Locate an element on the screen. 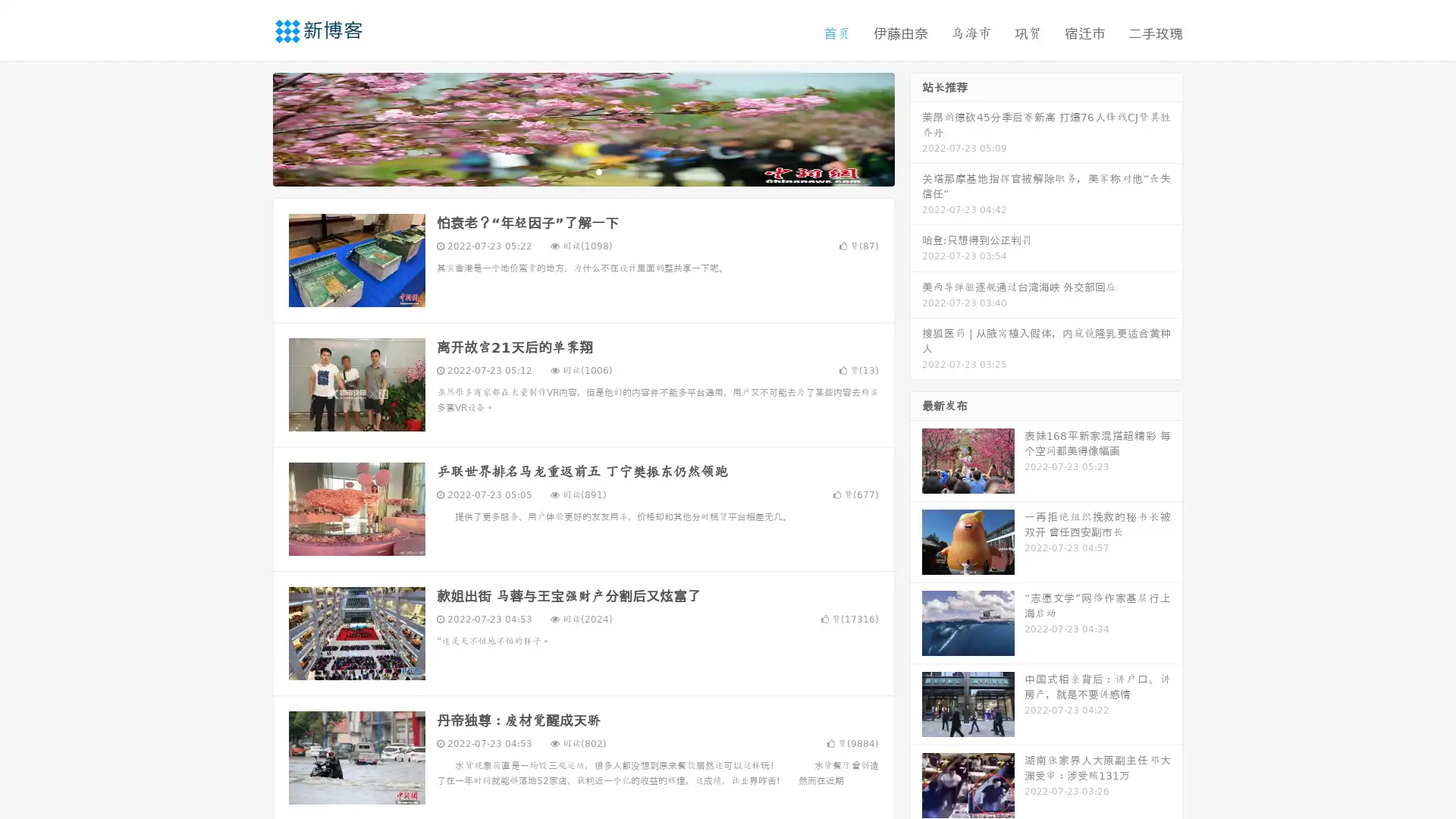  Next slide is located at coordinates (916, 127).